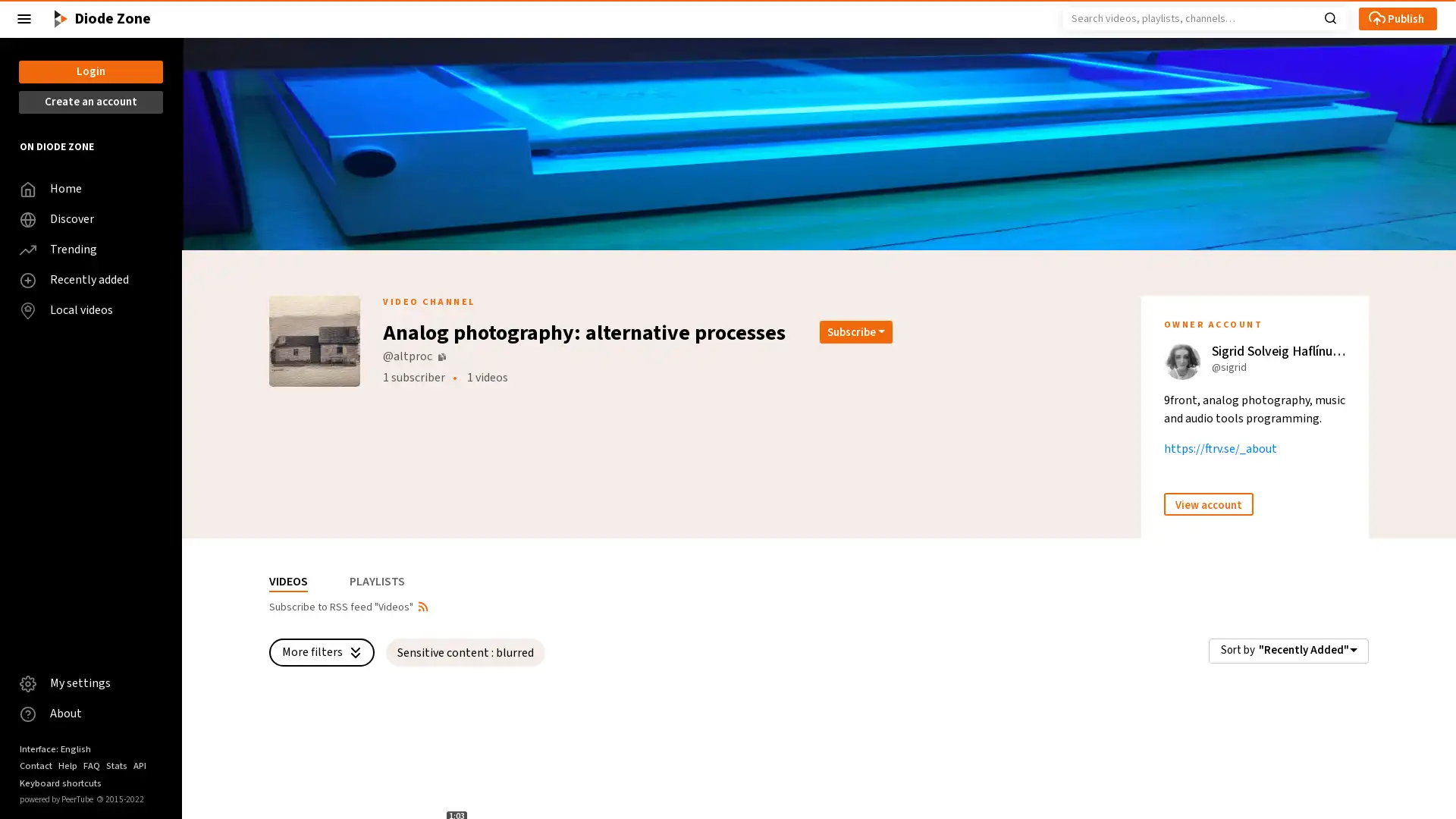 The width and height of the screenshot is (1456, 819). Describe the element at coordinates (24, 18) in the screenshot. I see `Close the left menu` at that location.